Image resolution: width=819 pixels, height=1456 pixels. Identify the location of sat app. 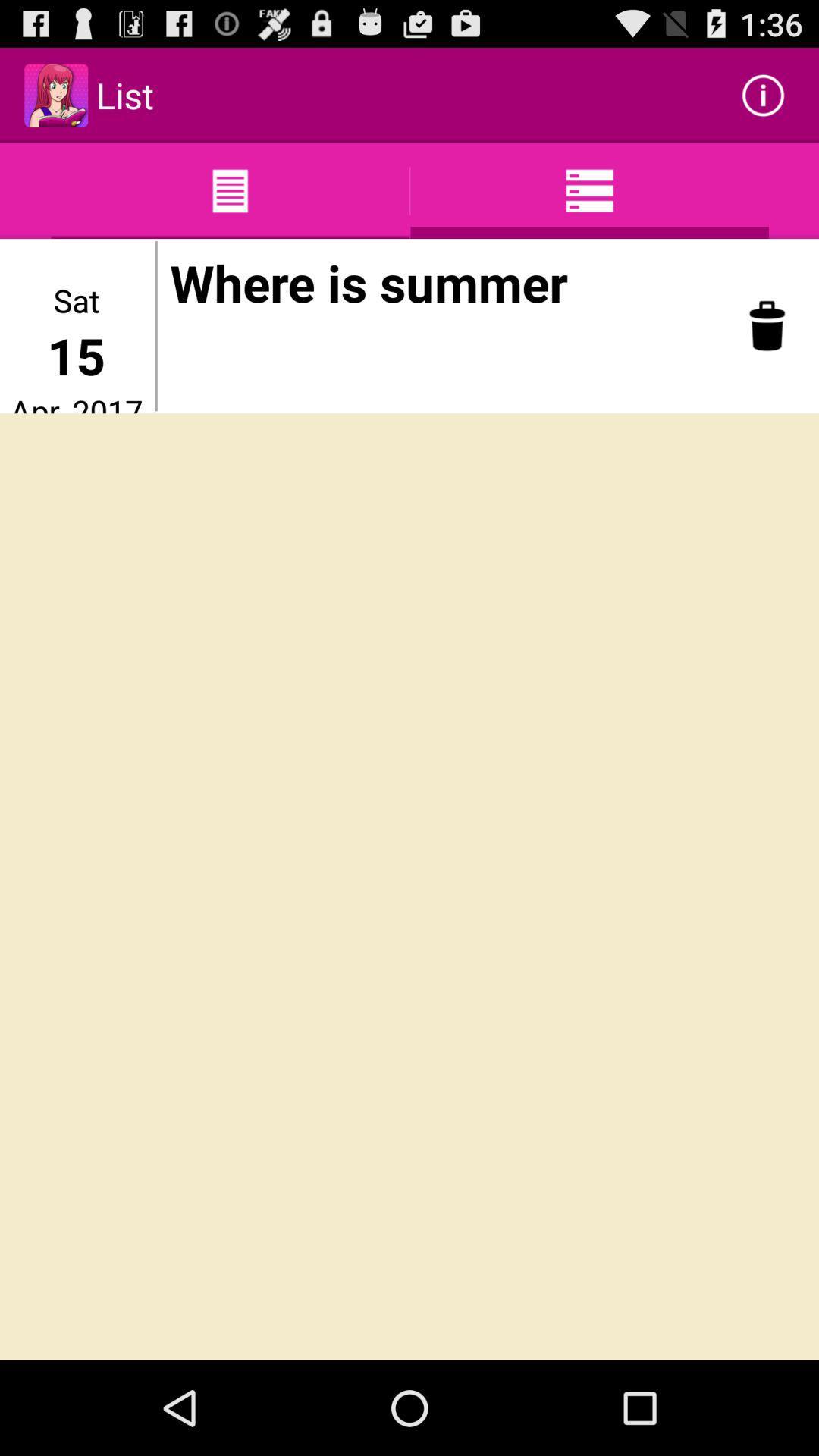
(76, 300).